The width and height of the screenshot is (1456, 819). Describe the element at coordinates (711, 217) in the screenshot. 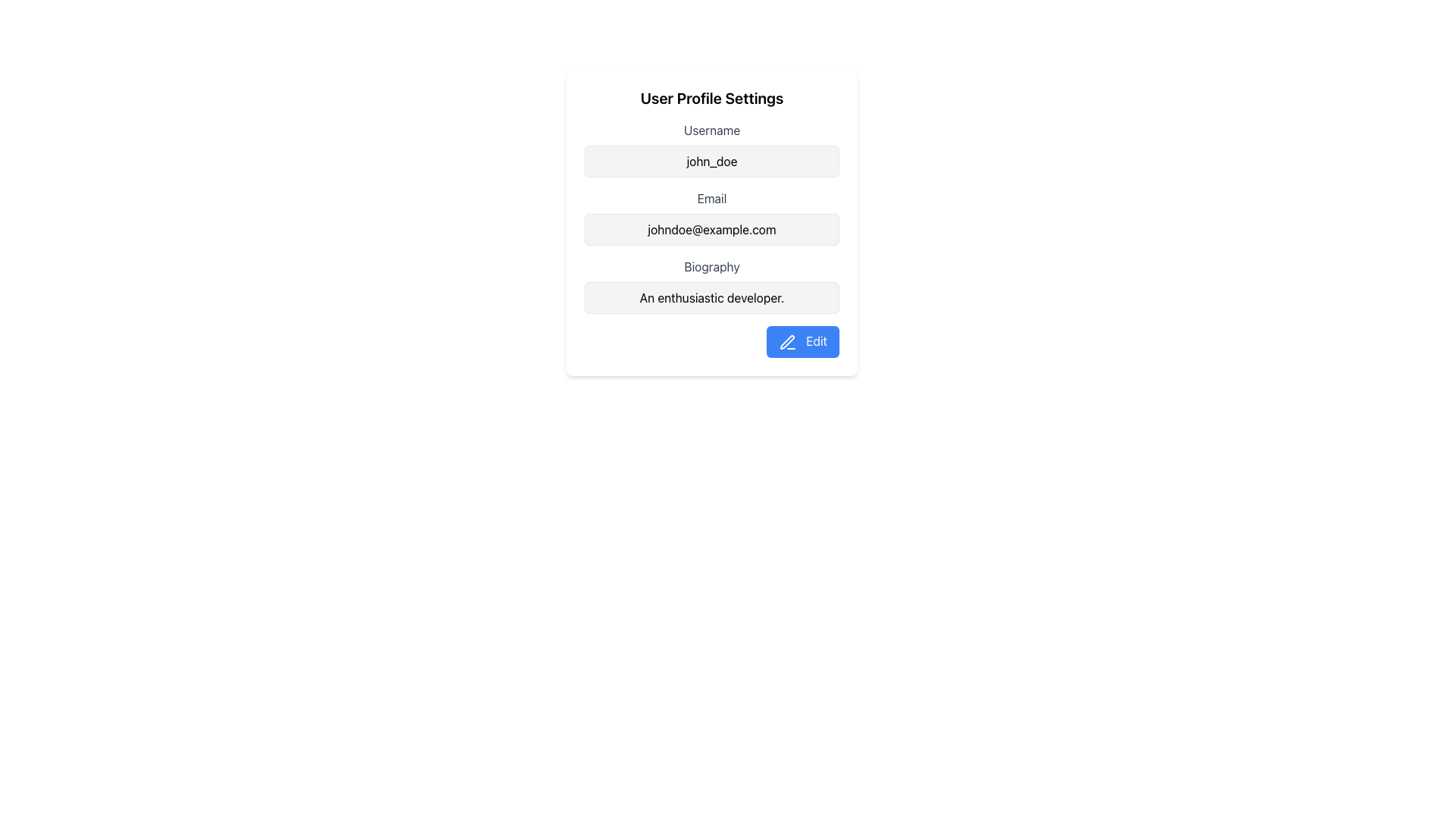

I see `the email input field labeled 'Email' in the 'User Profile Settings' section, which is the second input field below 'Username' and above 'Biography'` at that location.